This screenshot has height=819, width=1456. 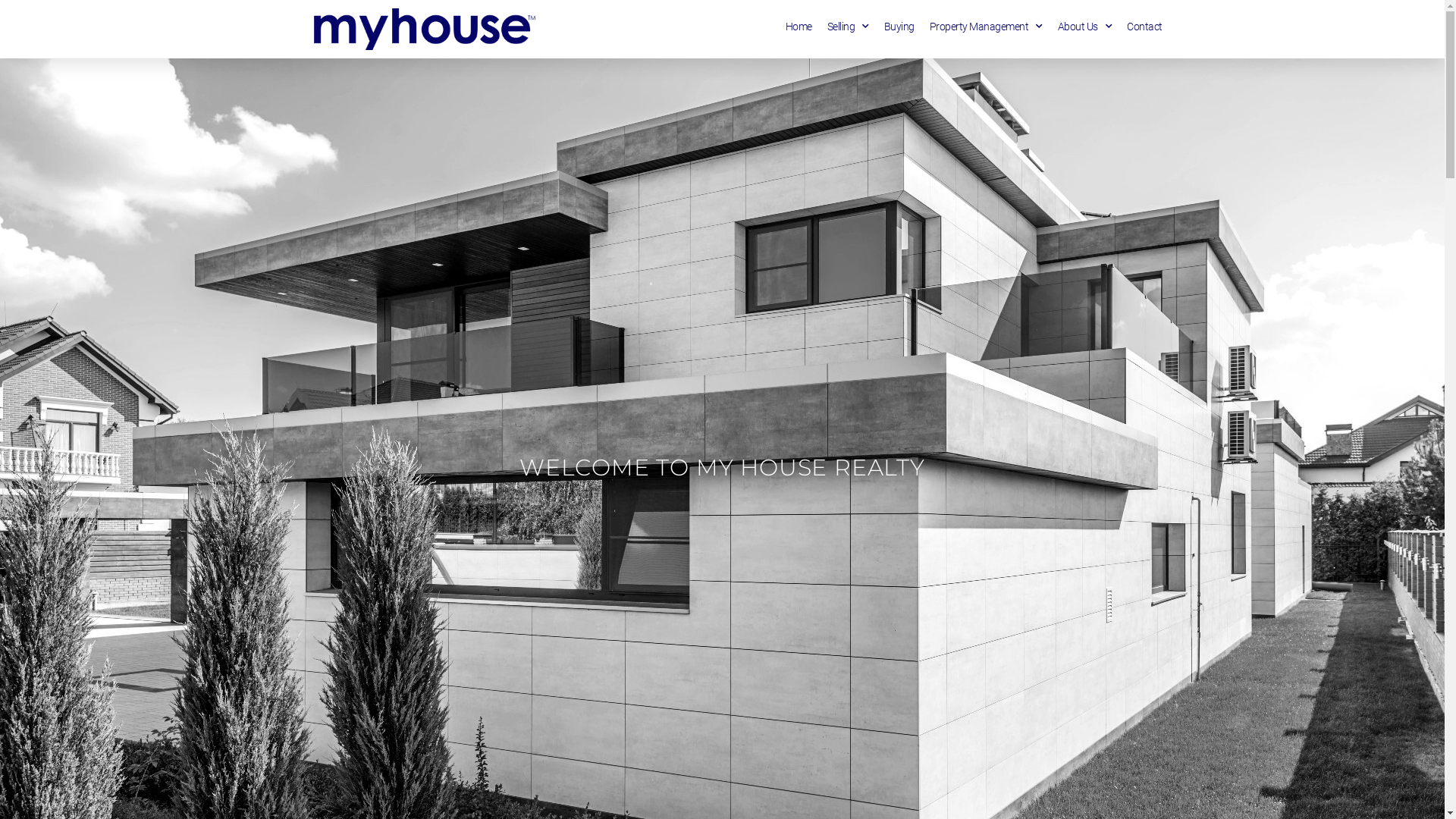 I want to click on 'About Us', so click(x=1084, y=26).